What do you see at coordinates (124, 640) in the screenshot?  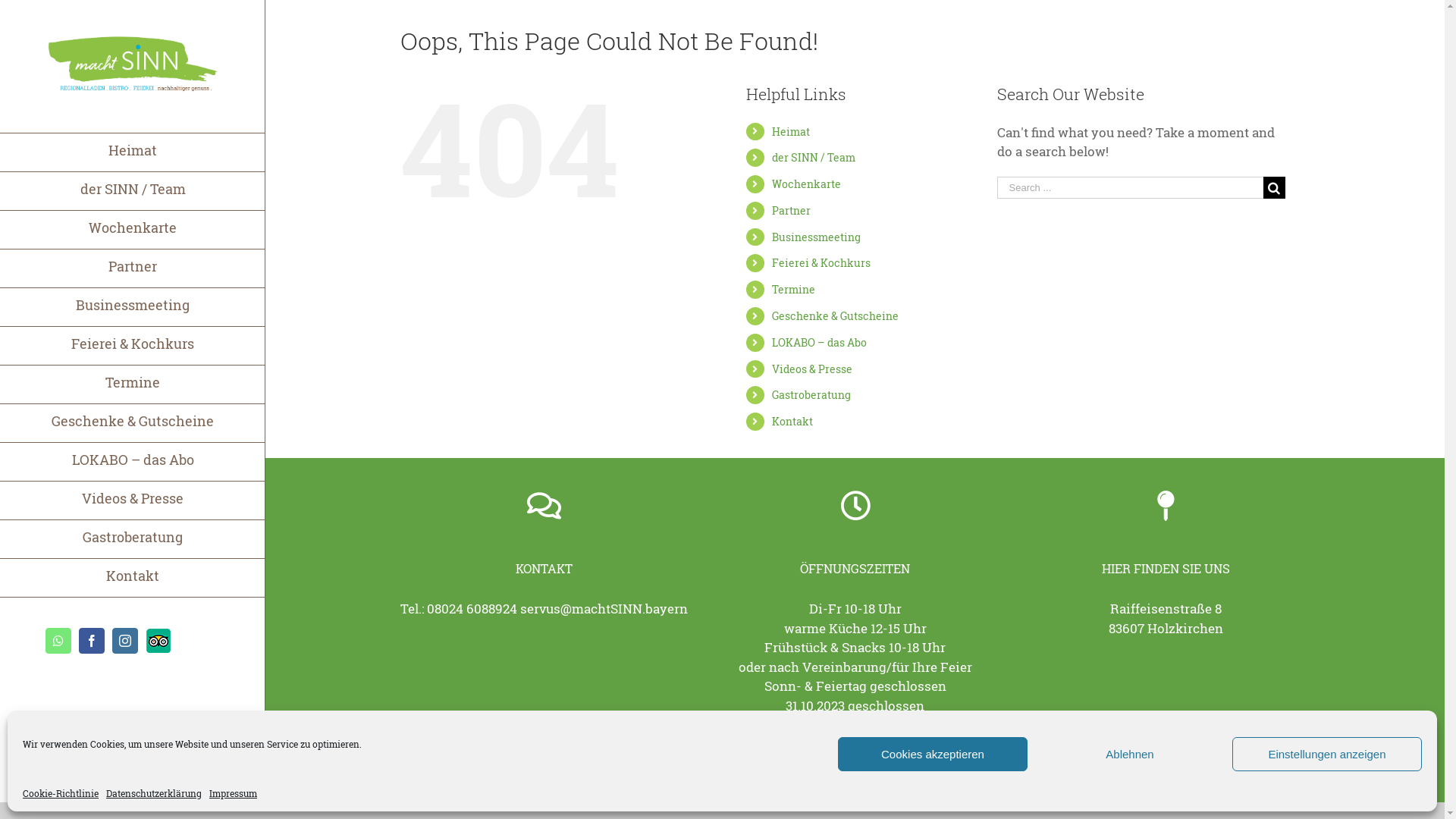 I see `'Instagram'` at bounding box center [124, 640].